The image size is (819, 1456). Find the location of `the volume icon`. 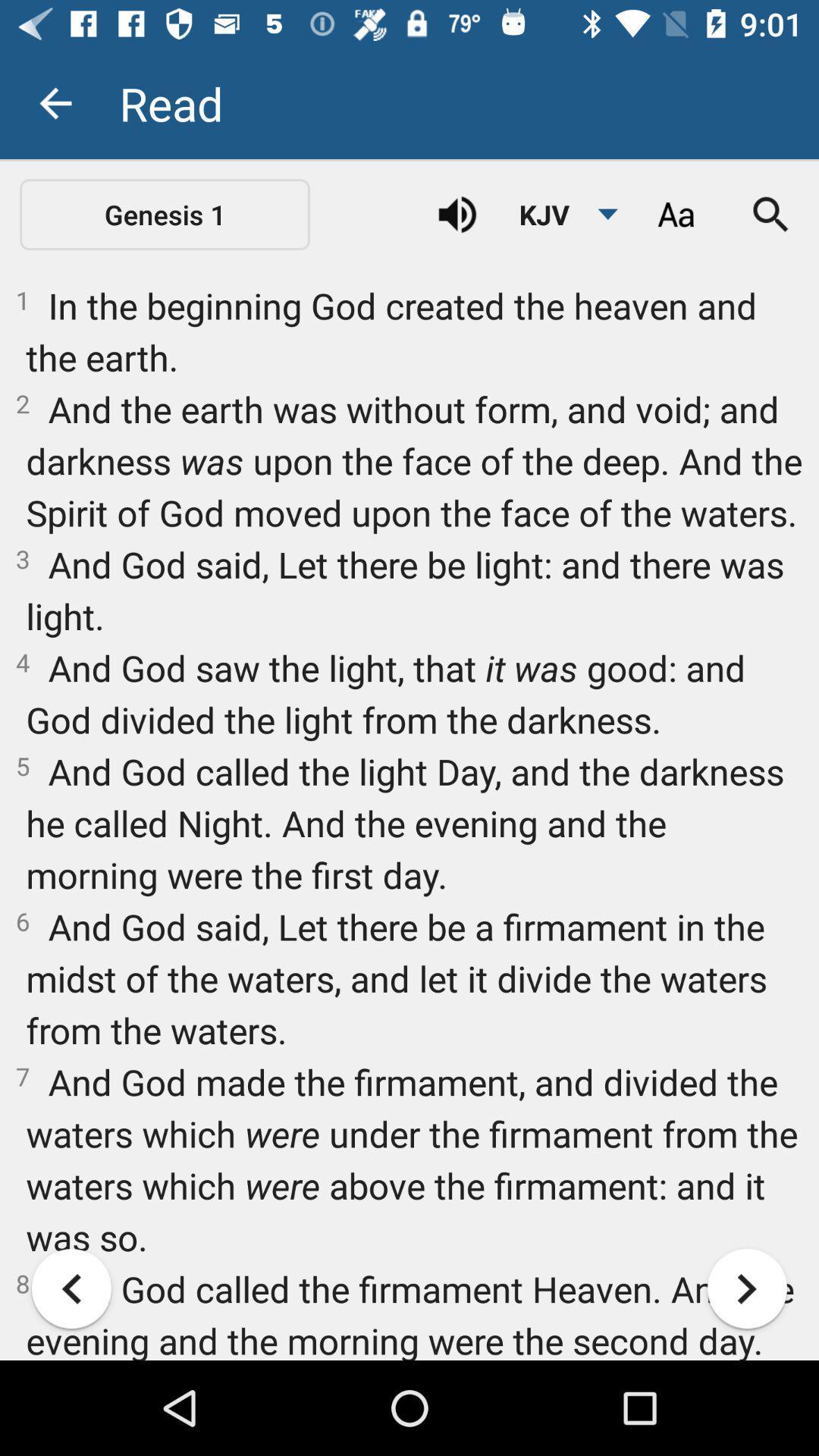

the volume icon is located at coordinates (457, 214).